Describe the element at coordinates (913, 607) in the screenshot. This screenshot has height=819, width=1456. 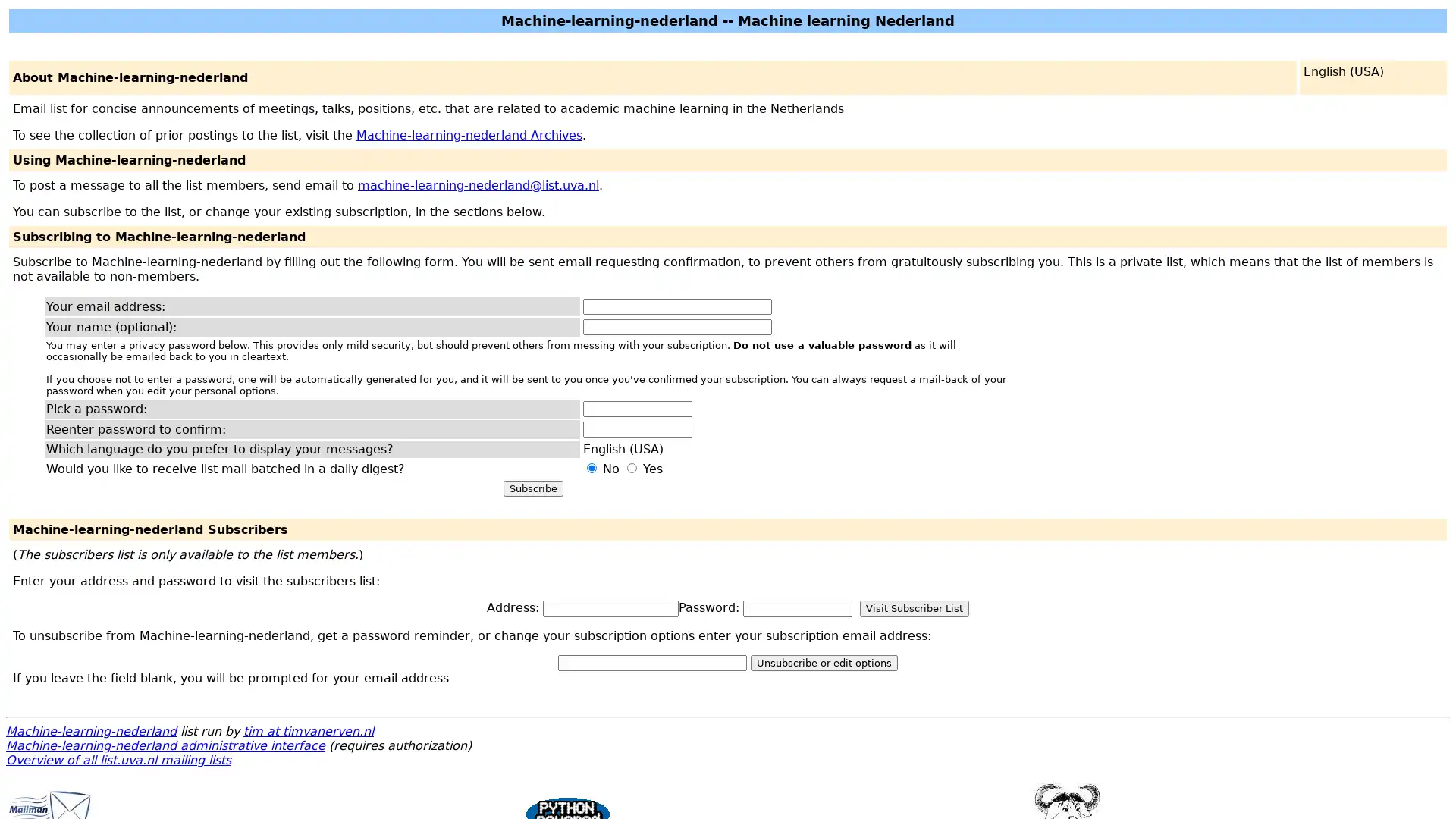
I see `Visit Subscriber List` at that location.